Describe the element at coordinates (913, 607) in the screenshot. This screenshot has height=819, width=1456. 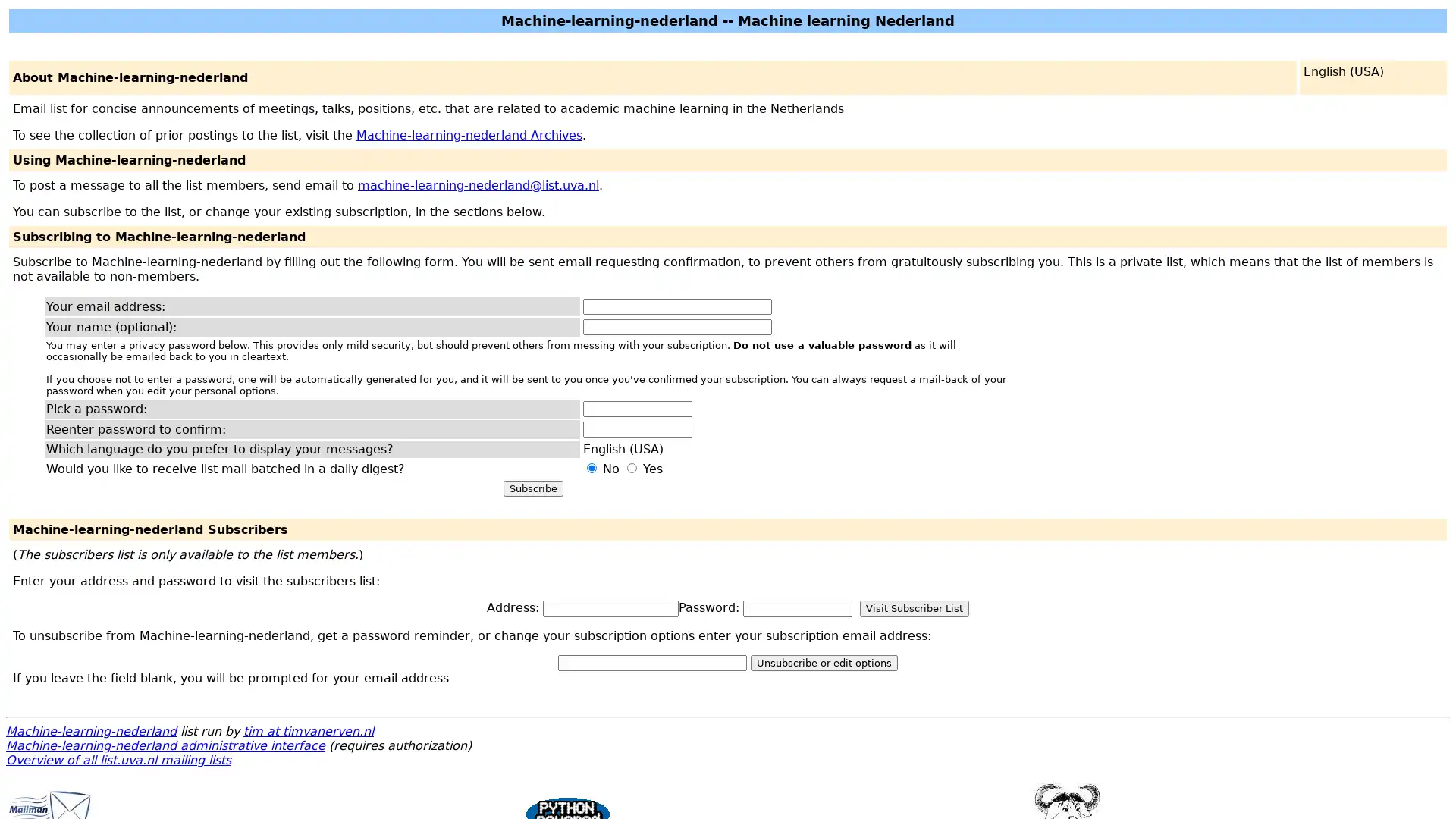
I see `Visit Subscriber List` at that location.